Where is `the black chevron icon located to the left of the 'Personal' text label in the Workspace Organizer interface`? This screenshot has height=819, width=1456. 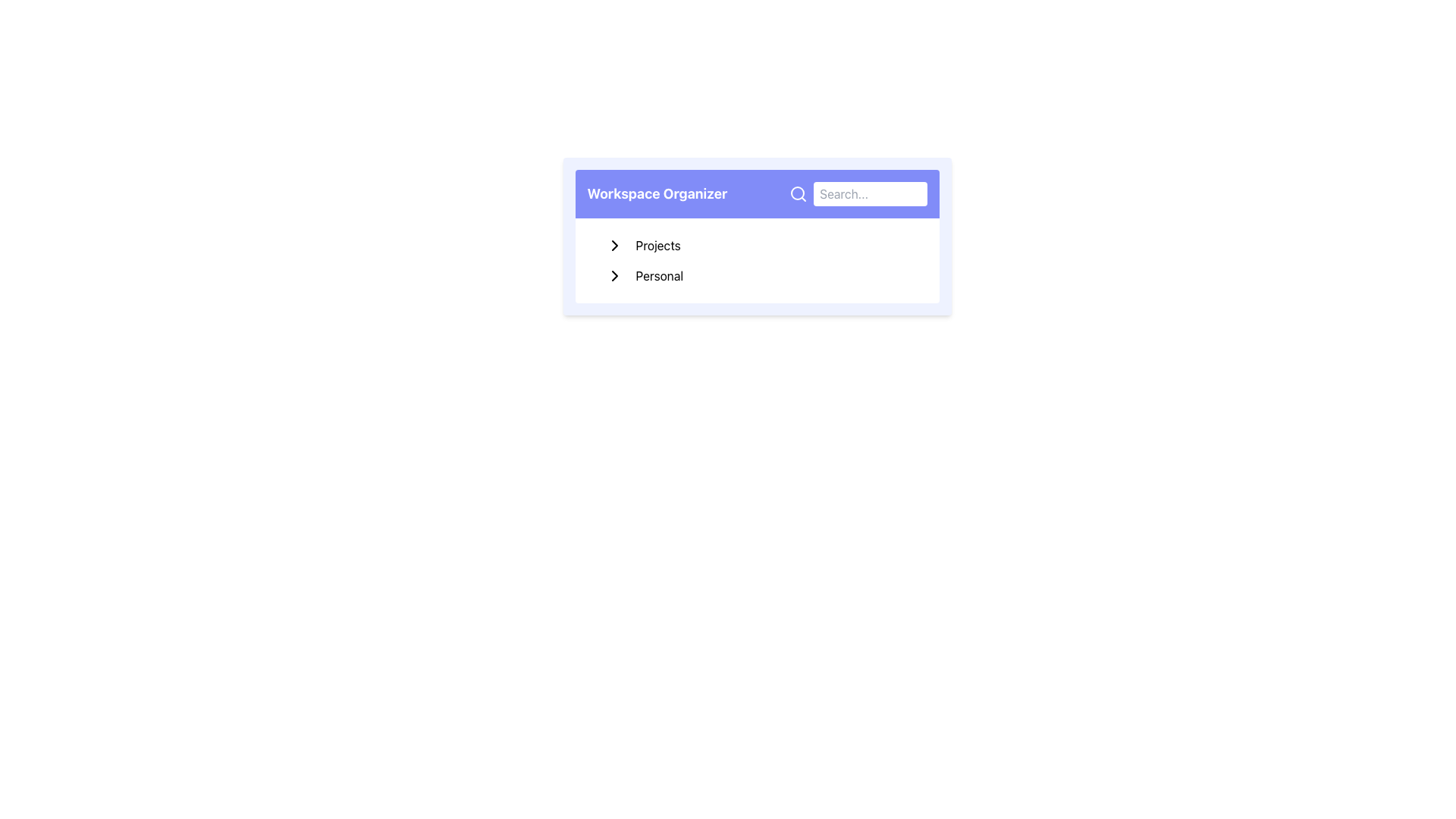
the black chevron icon located to the left of the 'Personal' text label in the Workspace Organizer interface is located at coordinates (614, 275).